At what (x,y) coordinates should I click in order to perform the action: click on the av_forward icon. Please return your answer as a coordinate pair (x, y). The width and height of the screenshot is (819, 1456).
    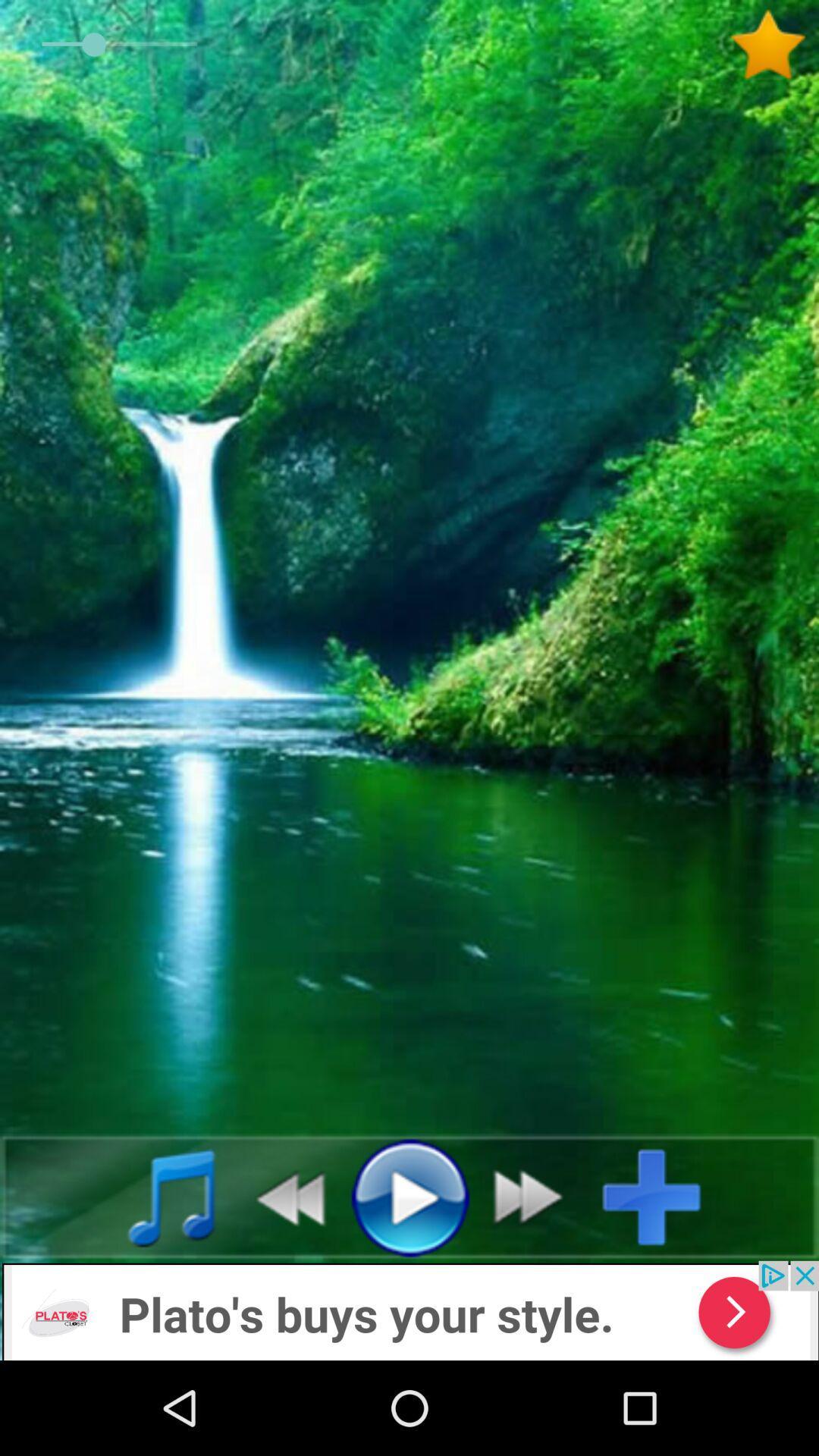
    Looking at the image, I should click on (536, 1196).